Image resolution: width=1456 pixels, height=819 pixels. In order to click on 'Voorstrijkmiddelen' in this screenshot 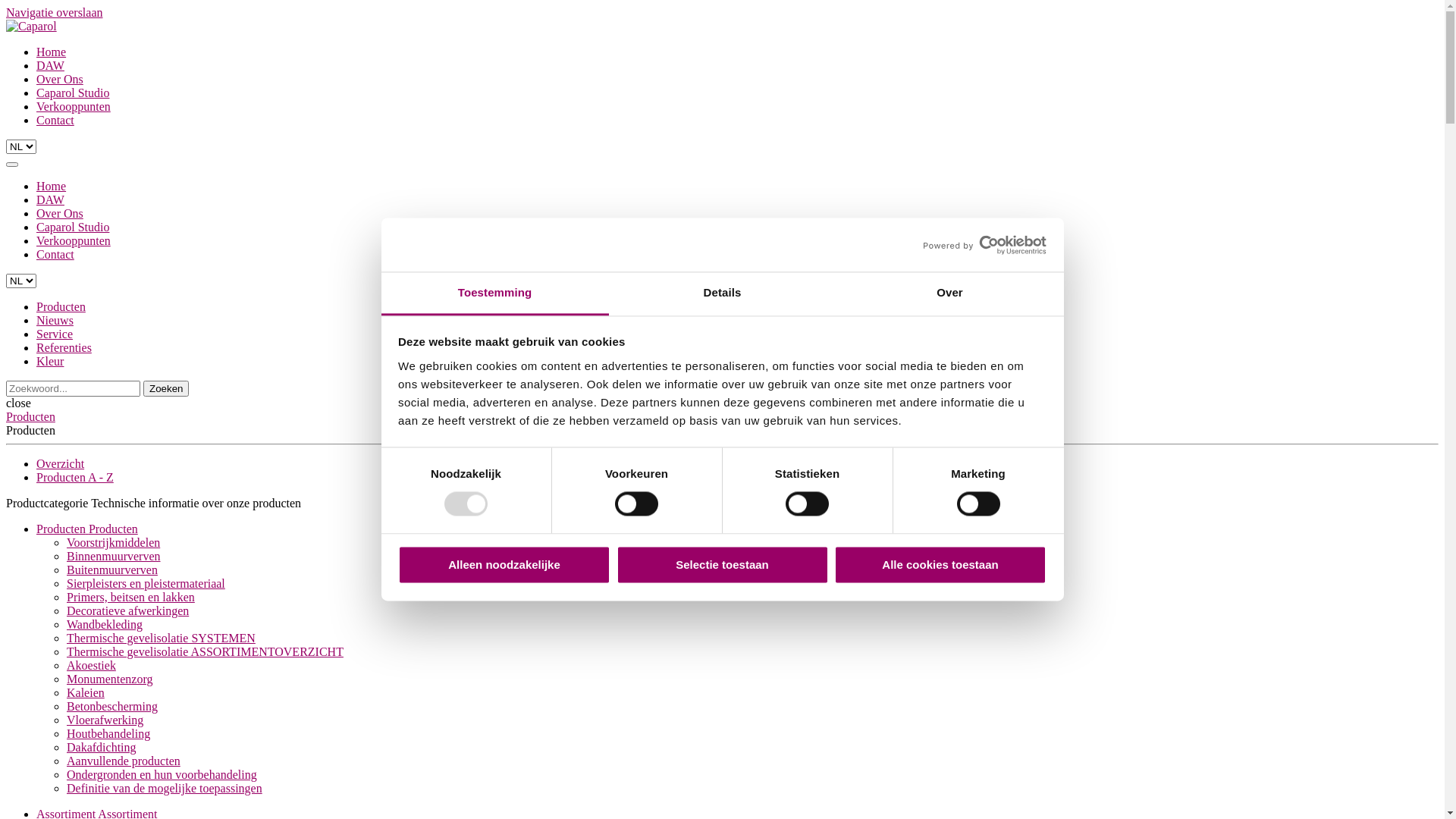, I will do `click(65, 541)`.